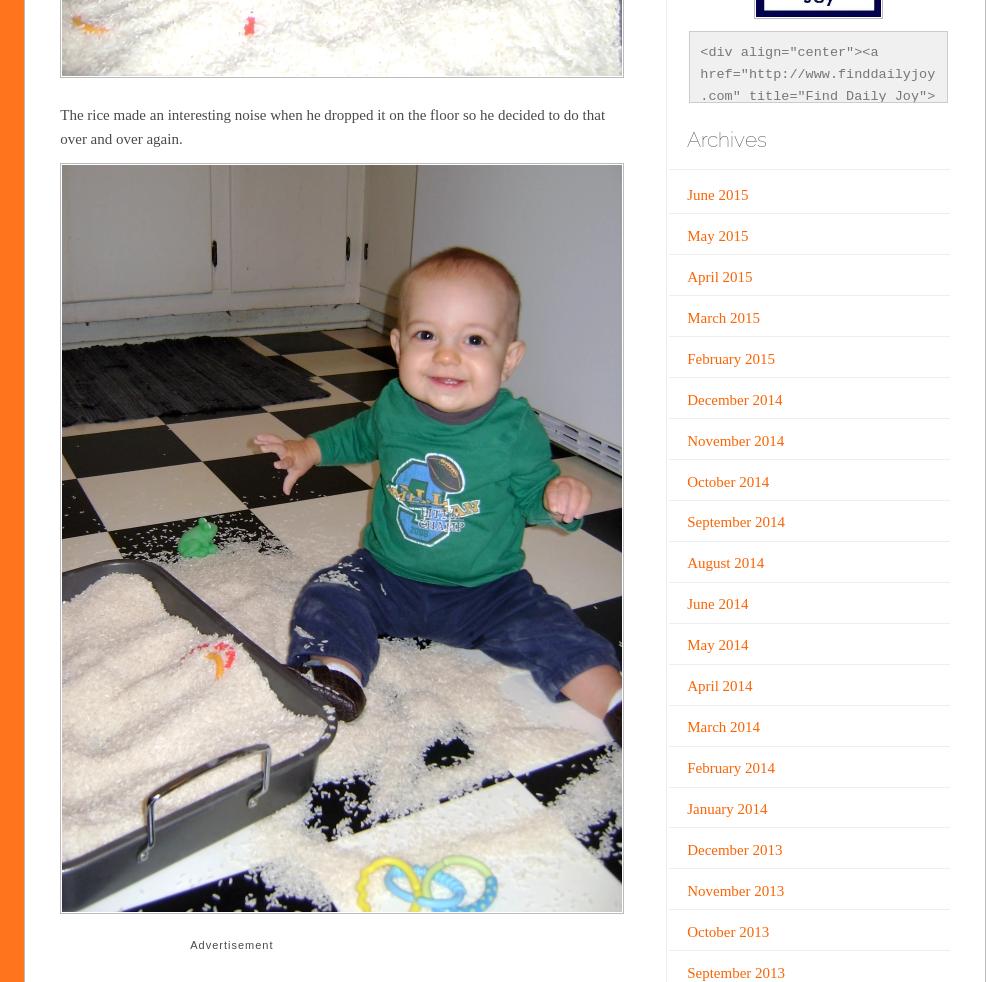 This screenshot has width=986, height=982. I want to click on 'November 2013', so click(734, 890).